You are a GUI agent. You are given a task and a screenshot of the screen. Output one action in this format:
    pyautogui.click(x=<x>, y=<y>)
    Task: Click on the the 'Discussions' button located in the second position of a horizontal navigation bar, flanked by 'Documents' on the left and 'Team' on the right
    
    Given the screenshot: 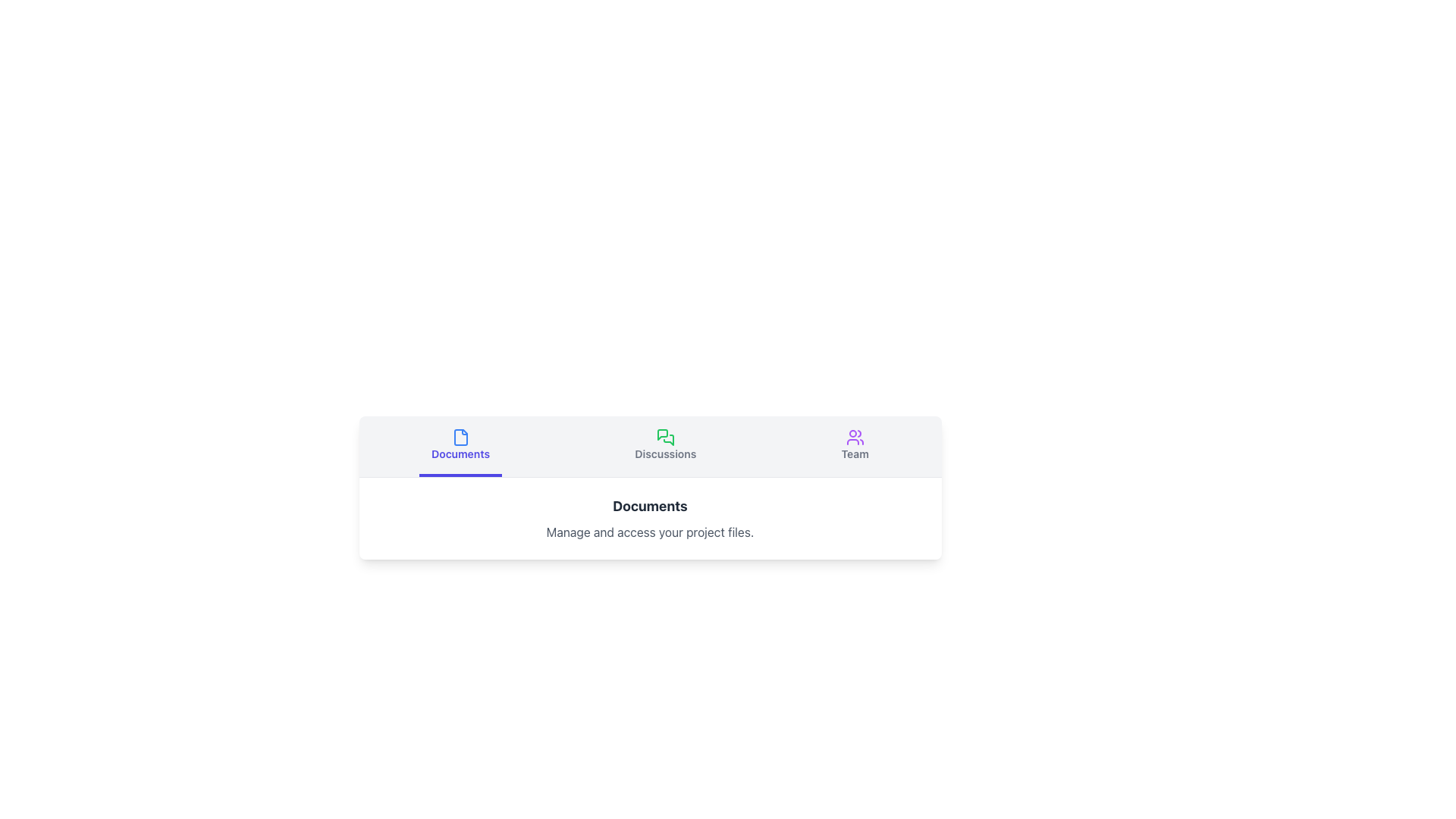 What is the action you would take?
    pyautogui.click(x=665, y=445)
    